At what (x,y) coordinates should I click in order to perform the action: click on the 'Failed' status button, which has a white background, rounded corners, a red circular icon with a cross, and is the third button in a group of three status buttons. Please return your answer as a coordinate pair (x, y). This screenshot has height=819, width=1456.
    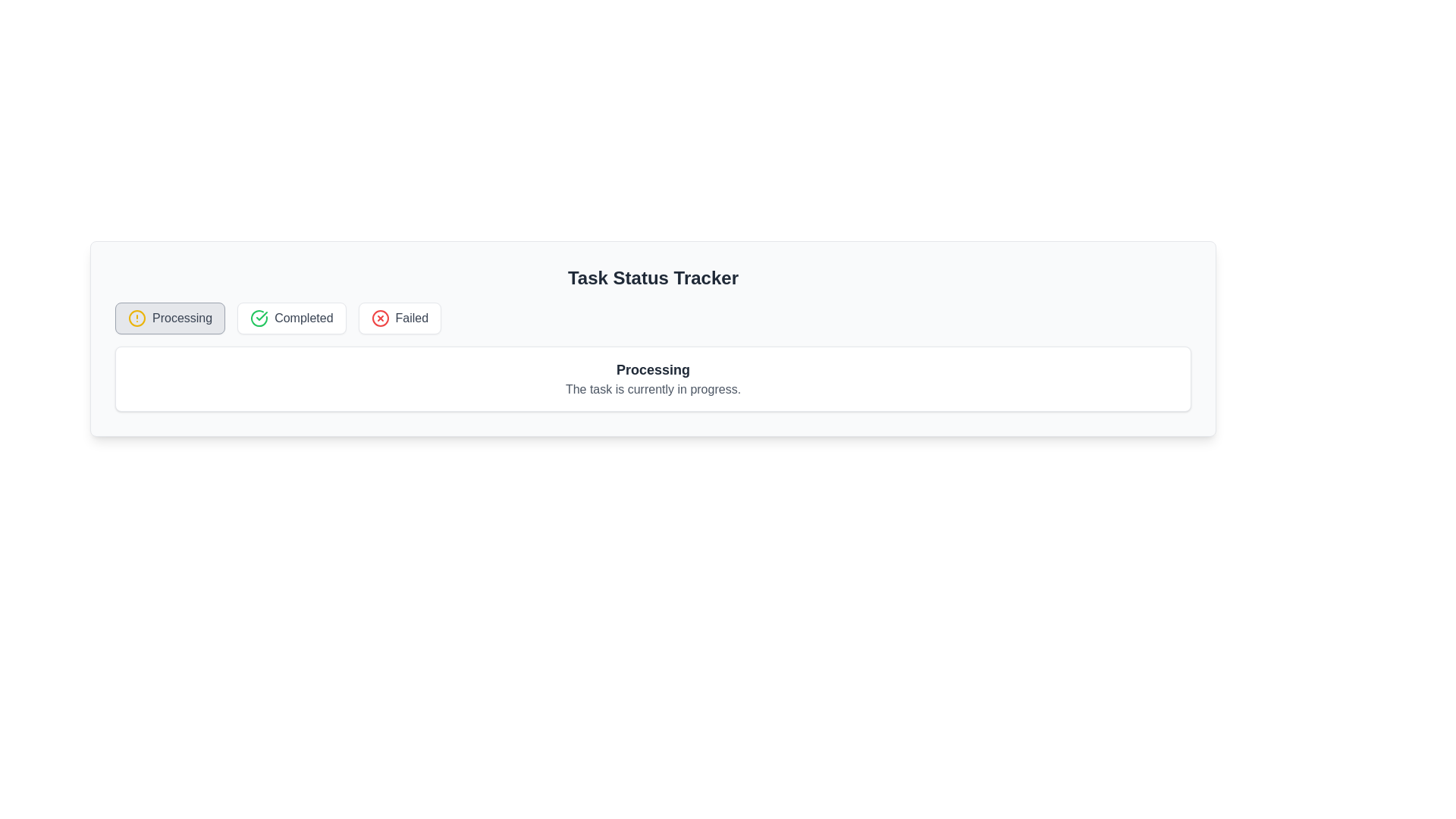
    Looking at the image, I should click on (400, 318).